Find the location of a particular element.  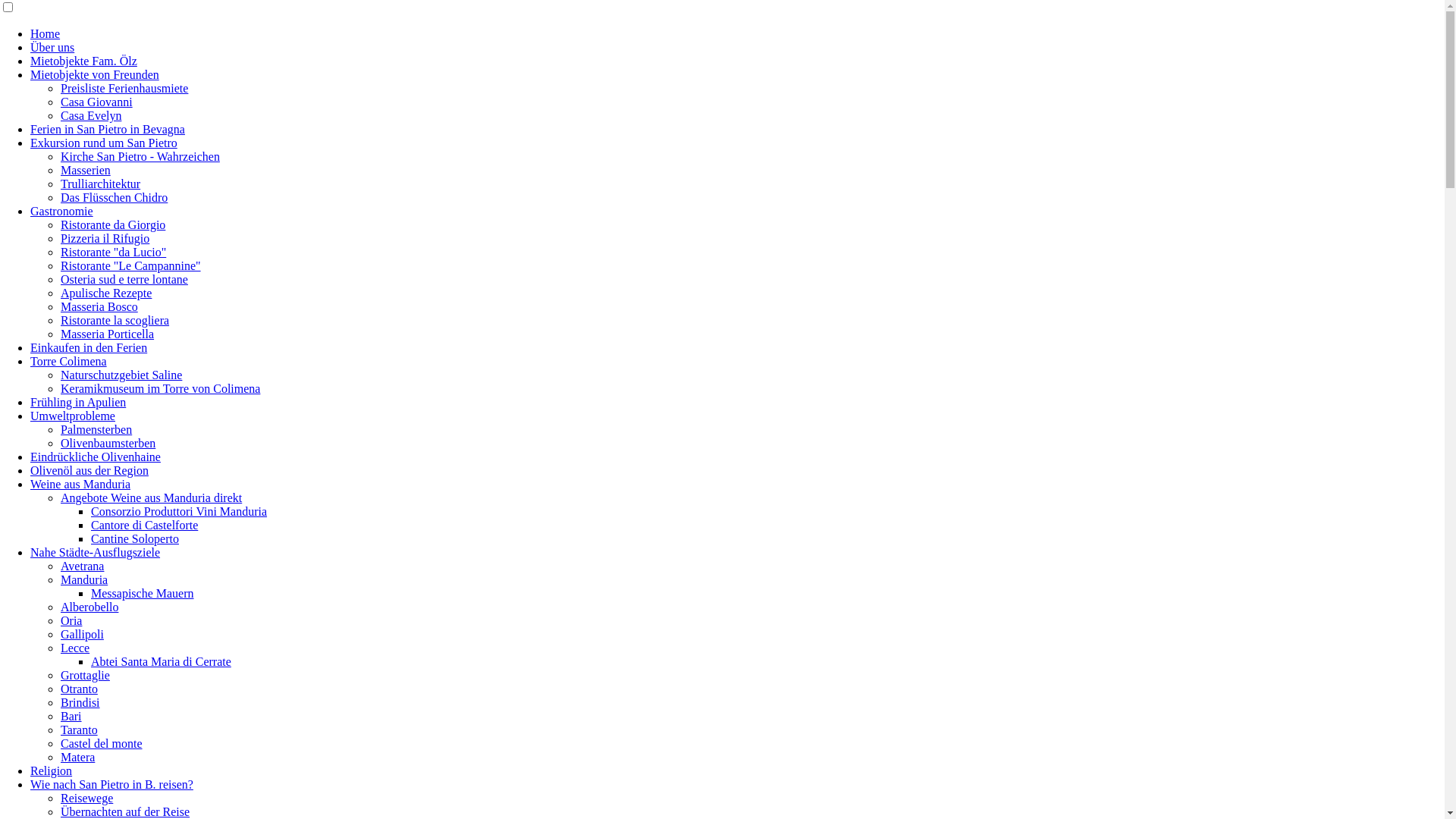

'Messapische Mauern' is located at coordinates (142, 592).